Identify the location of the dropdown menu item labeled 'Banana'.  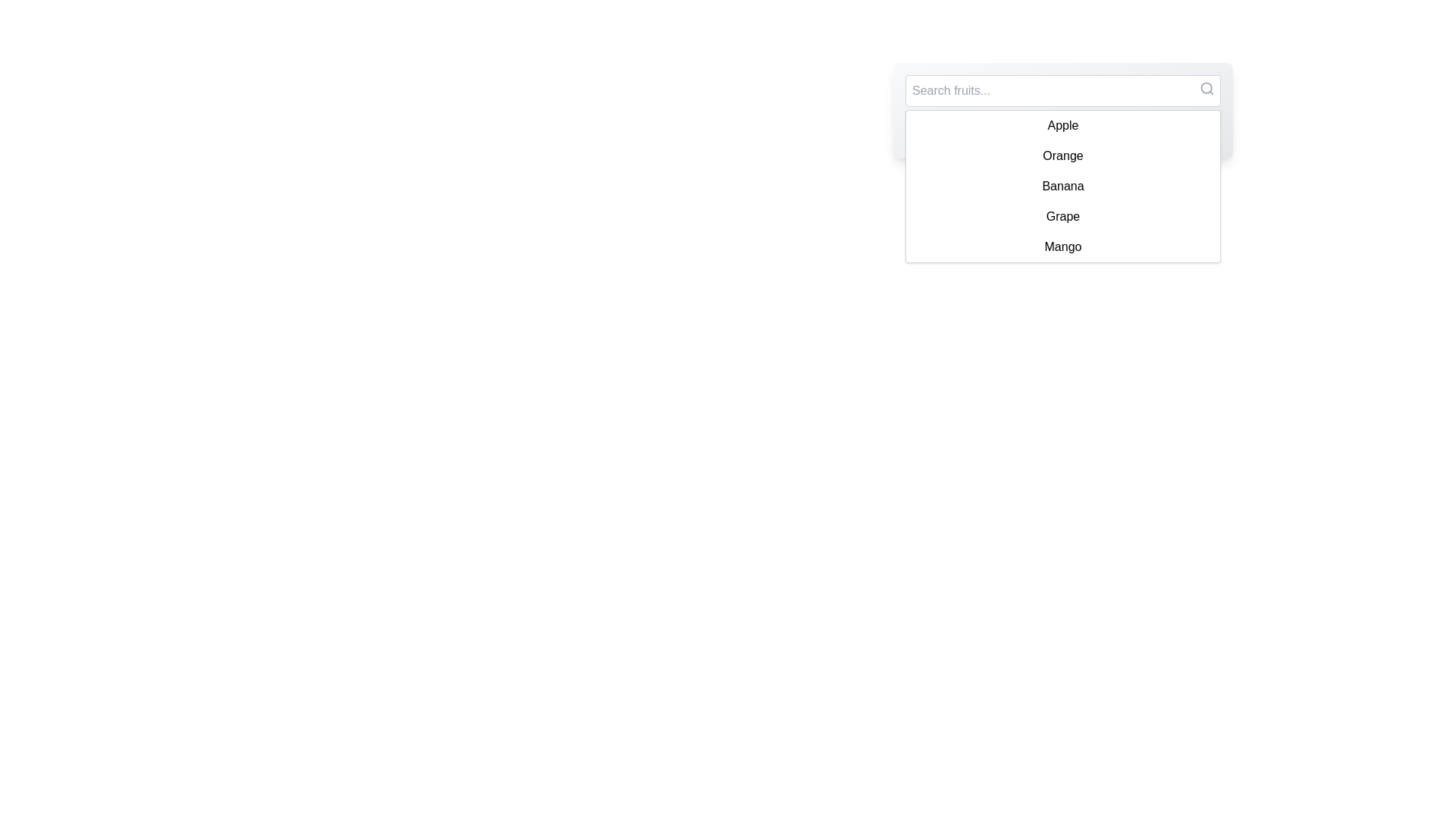
(1062, 186).